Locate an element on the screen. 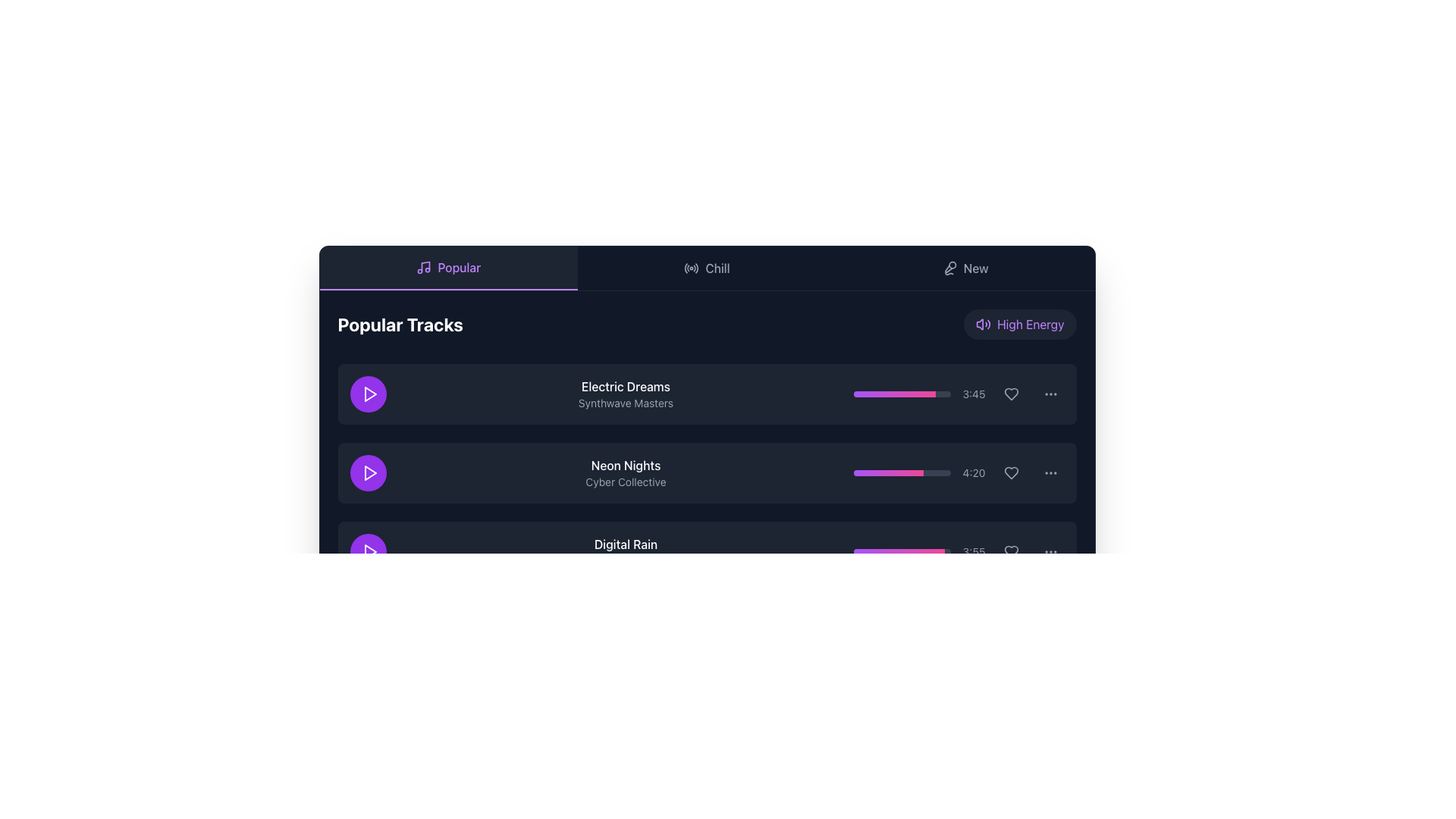 The height and width of the screenshot is (819, 1456). the button with an ellipsis icon, which is located on the right edge of the row displaying the track information is located at coordinates (1050, 394).